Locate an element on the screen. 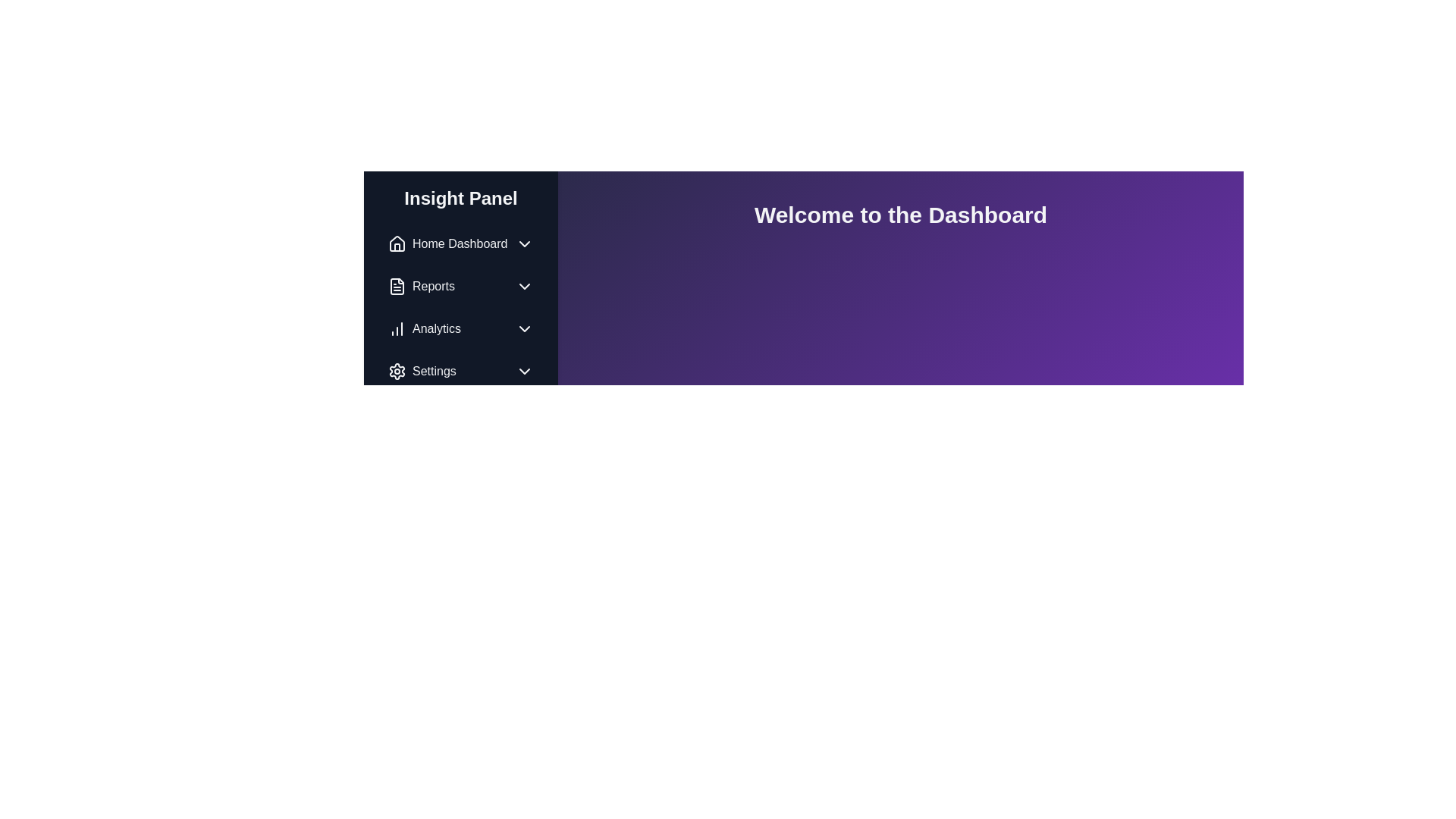  the first item in the vertical list of the left-hand navigation panel is located at coordinates (460, 243).